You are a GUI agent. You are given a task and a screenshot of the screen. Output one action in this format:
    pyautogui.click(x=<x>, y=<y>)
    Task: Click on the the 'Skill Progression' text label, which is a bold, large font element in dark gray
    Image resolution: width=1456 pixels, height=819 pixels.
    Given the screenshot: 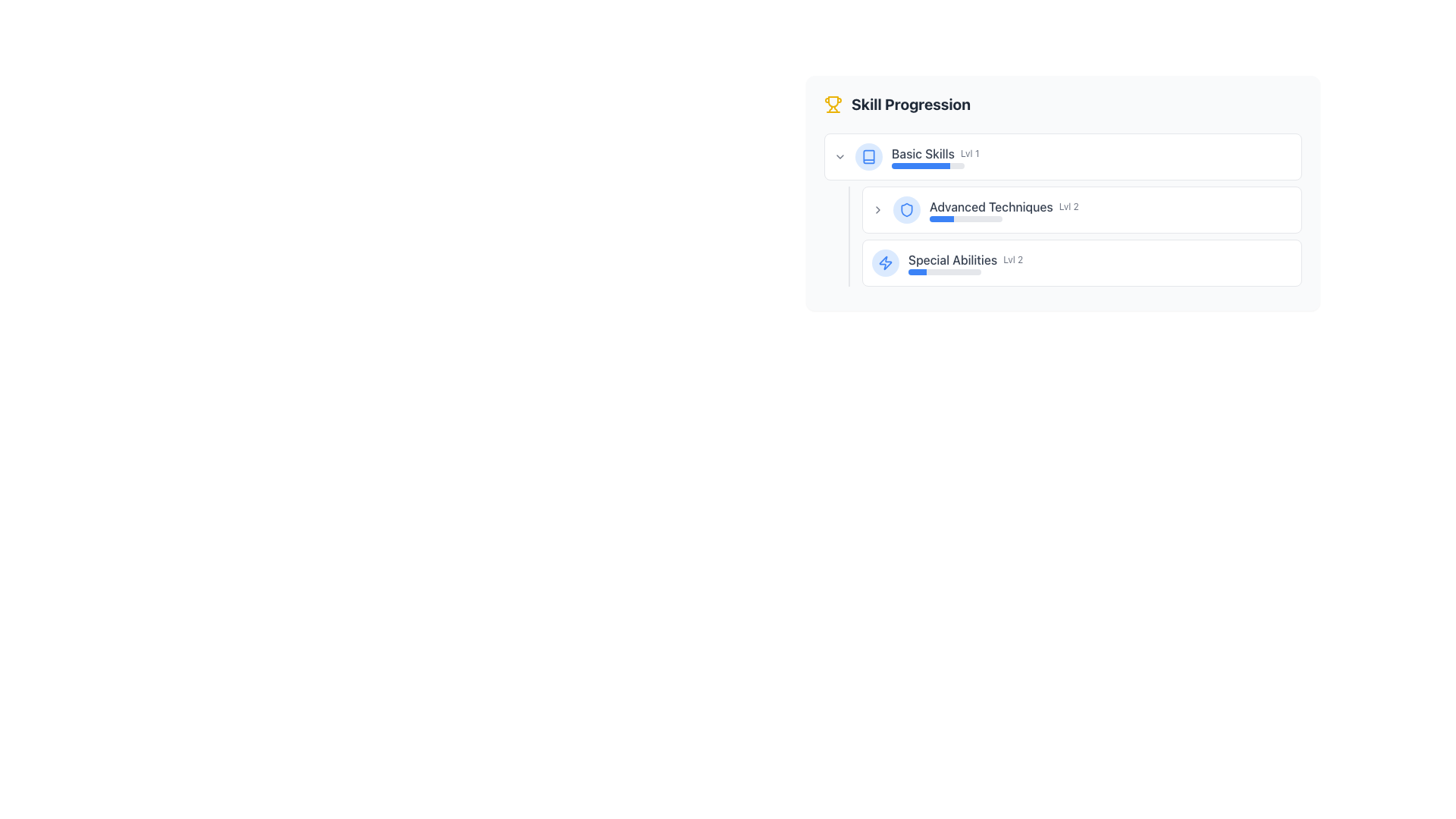 What is the action you would take?
    pyautogui.click(x=910, y=104)
    